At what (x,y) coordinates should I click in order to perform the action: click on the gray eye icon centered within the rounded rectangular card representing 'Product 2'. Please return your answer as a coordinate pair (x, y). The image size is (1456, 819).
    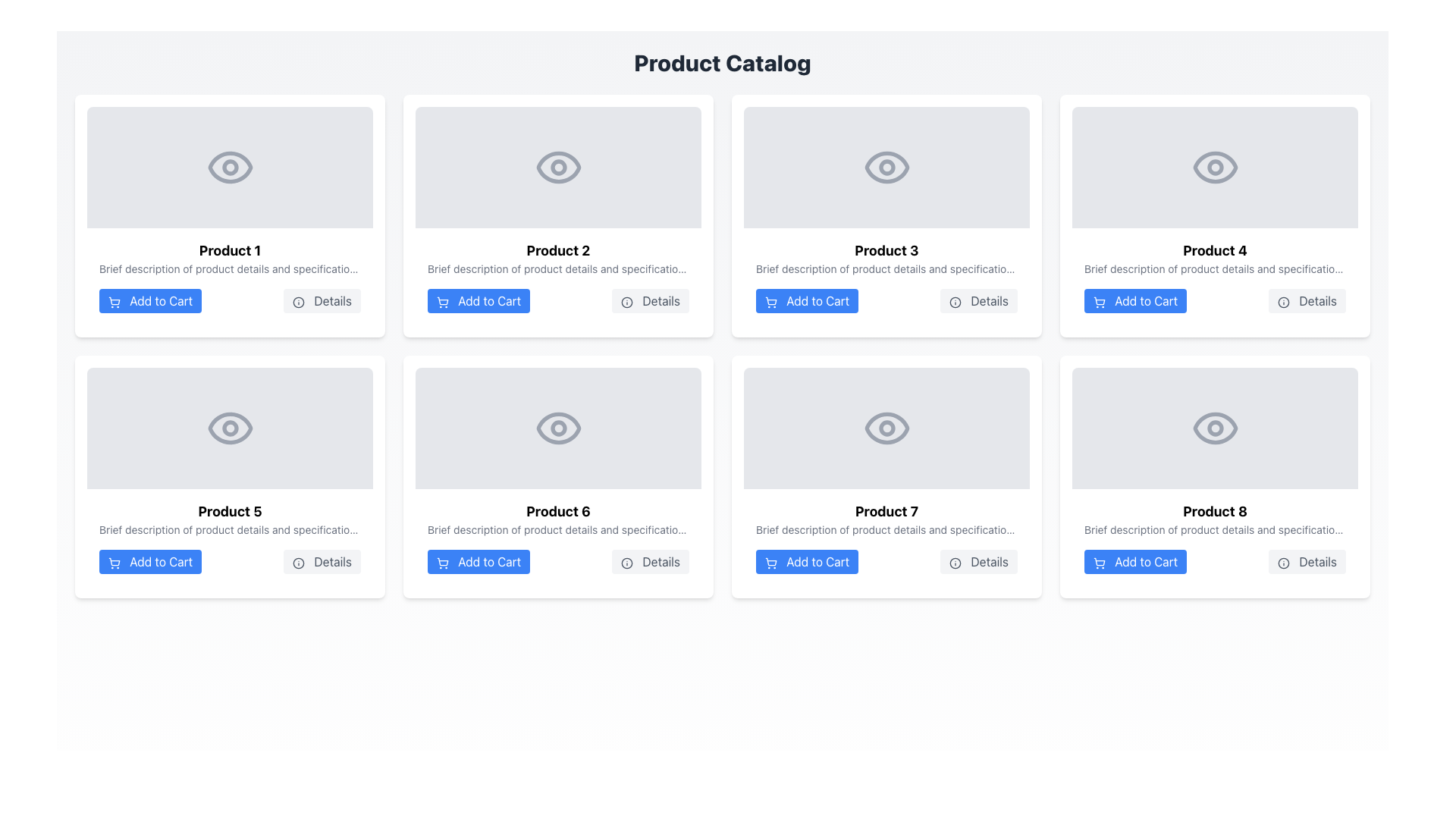
    Looking at the image, I should click on (557, 167).